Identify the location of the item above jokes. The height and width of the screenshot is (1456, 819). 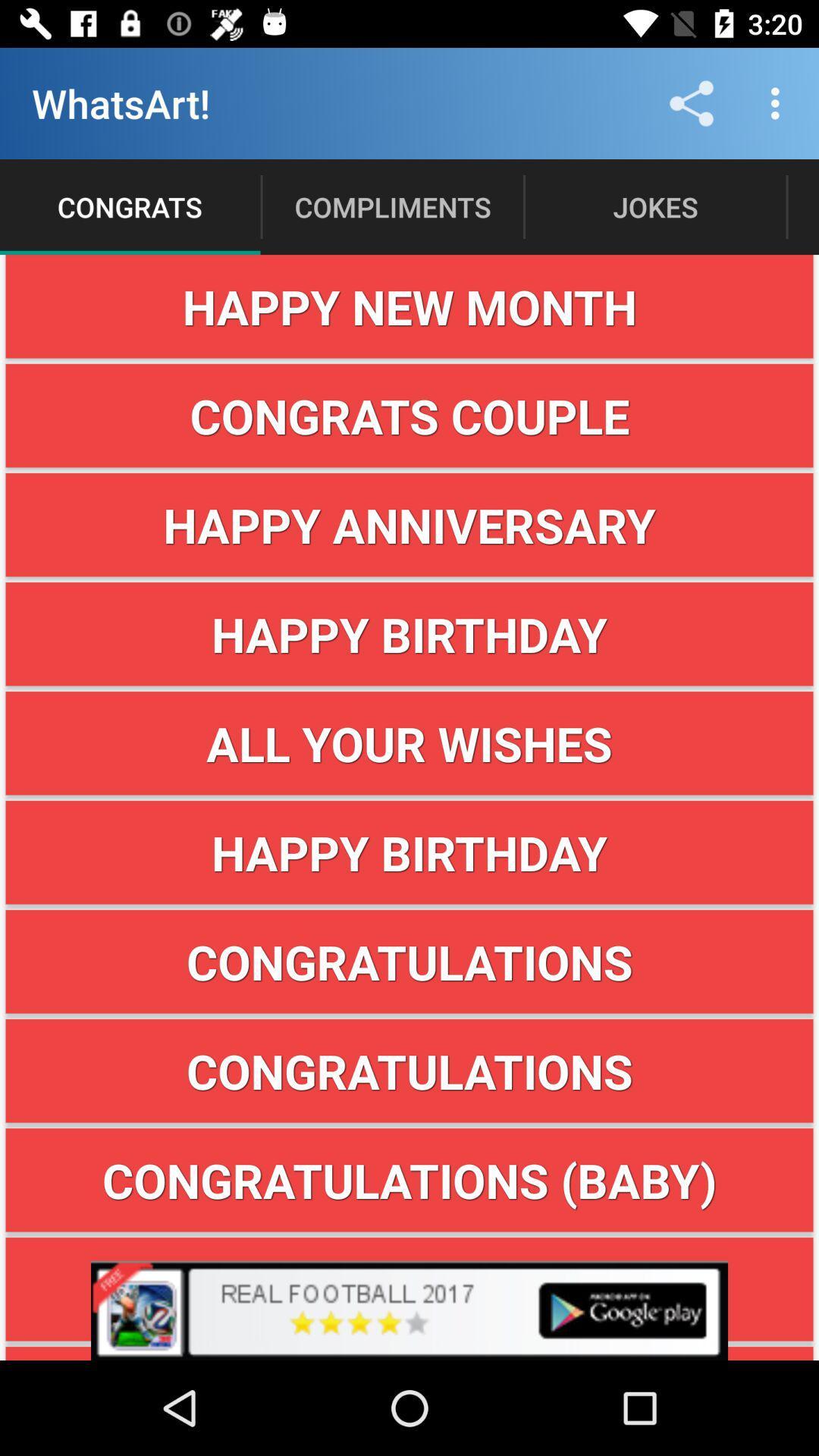
(691, 102).